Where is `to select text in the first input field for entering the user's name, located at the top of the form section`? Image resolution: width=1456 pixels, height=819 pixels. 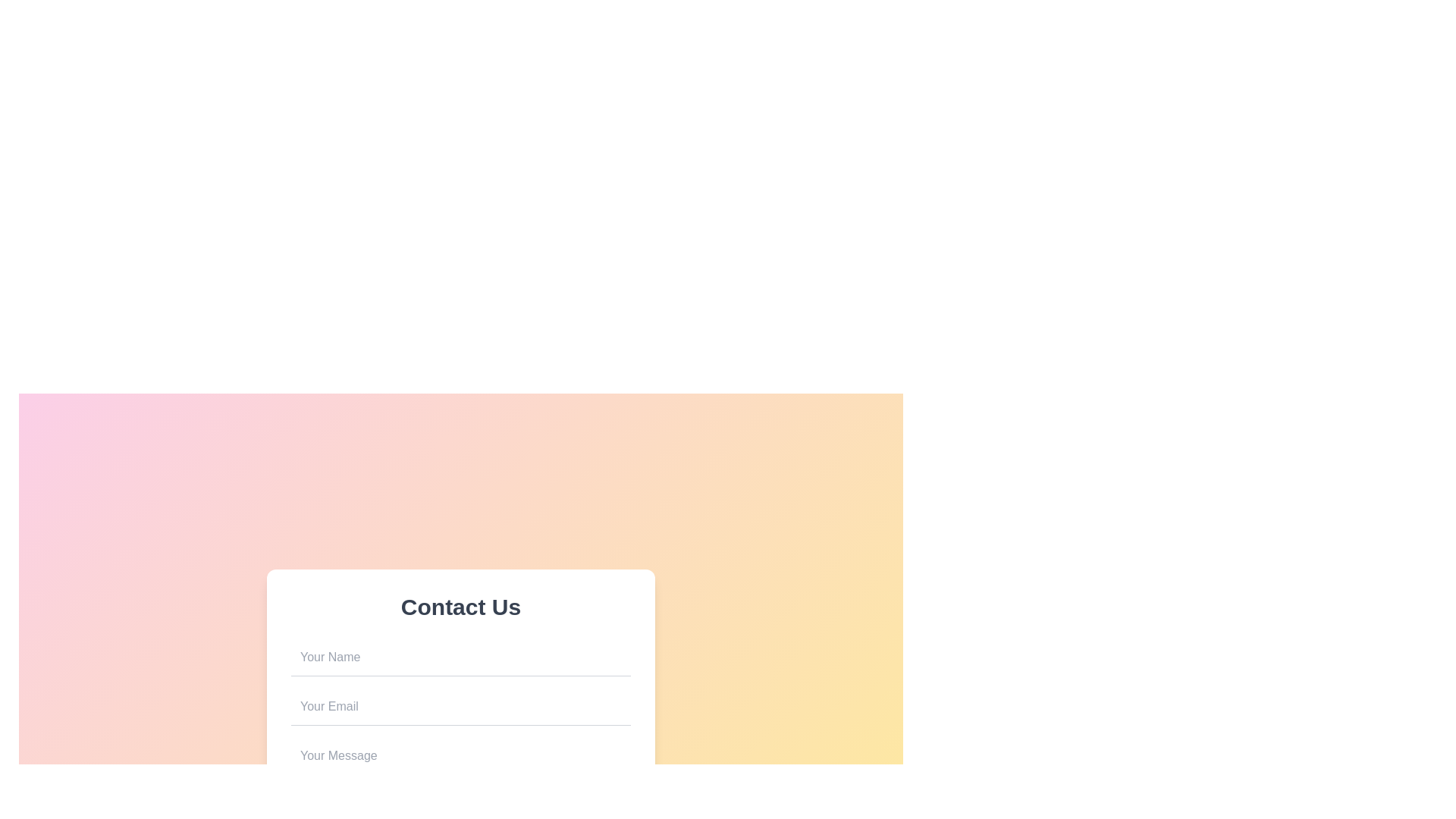
to select text in the first input field for entering the user's name, located at the top of the form section is located at coordinates (460, 657).